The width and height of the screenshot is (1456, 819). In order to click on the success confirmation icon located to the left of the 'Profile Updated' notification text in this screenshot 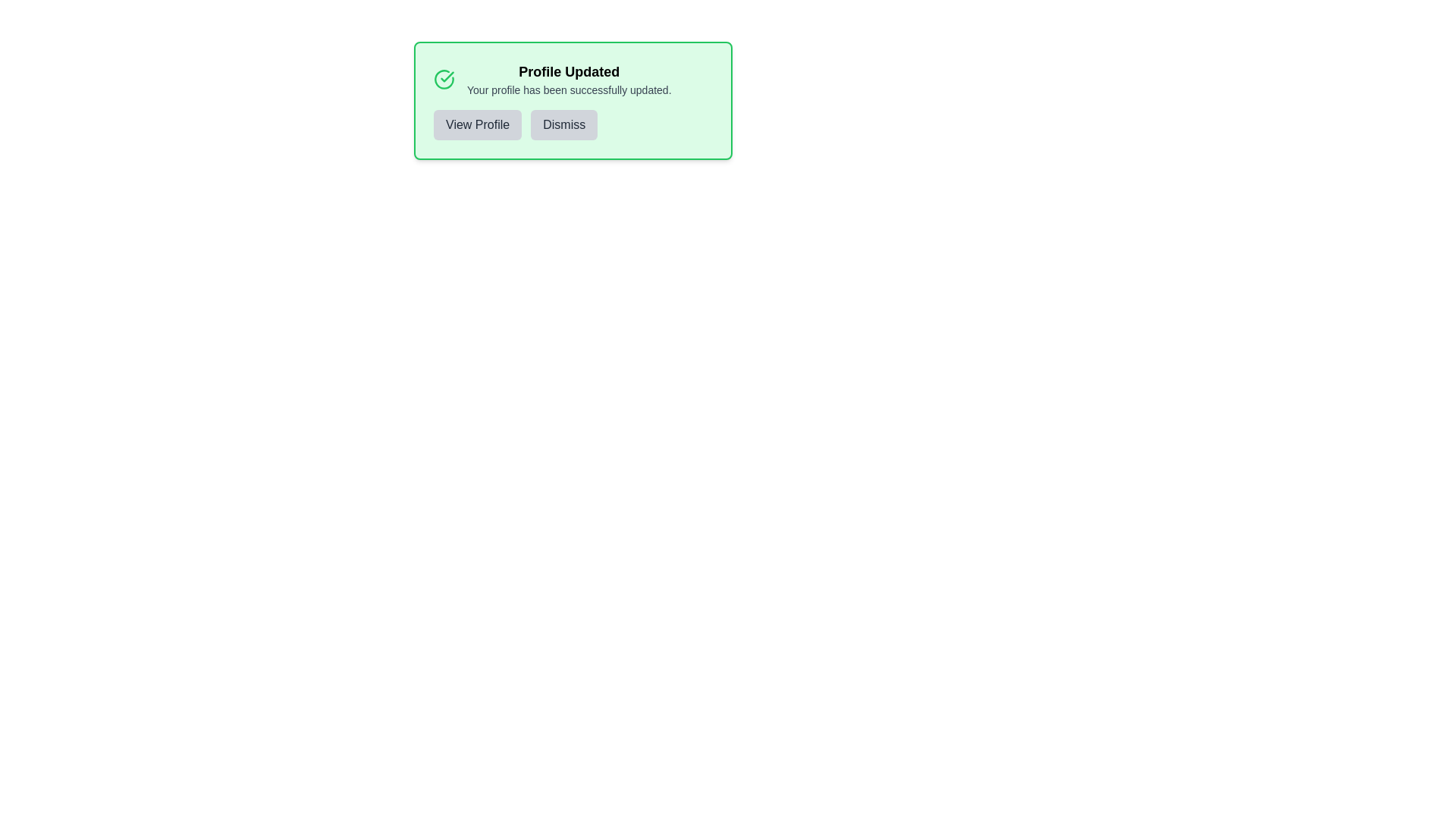, I will do `click(443, 79)`.